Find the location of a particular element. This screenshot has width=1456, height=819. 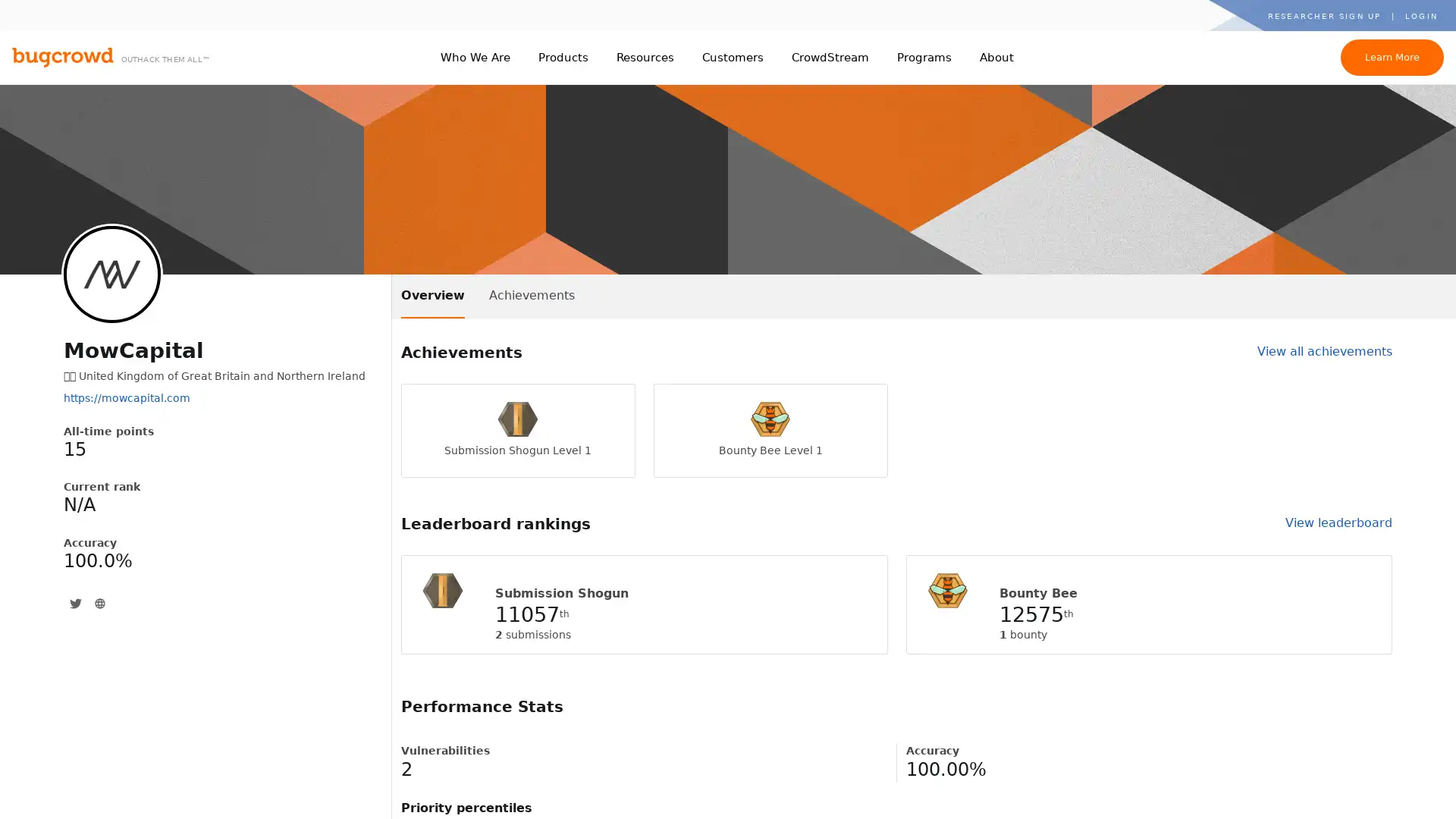

Submission Shogun Level 1 Submission Shogun Level 1 is located at coordinates (517, 430).